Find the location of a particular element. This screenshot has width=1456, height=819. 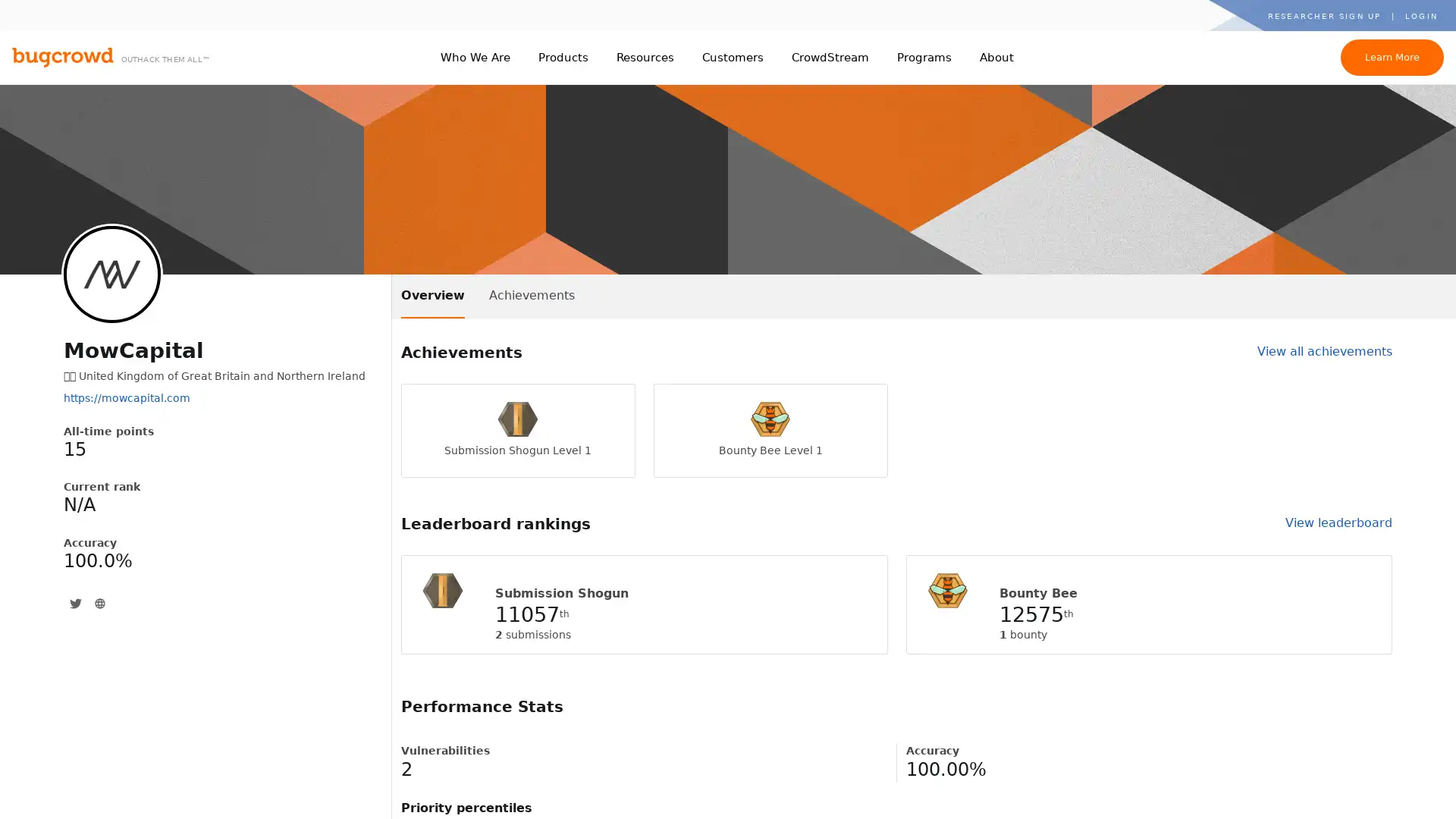

Submission Shogun Level 1 Submission Shogun Level 1 is located at coordinates (517, 430).